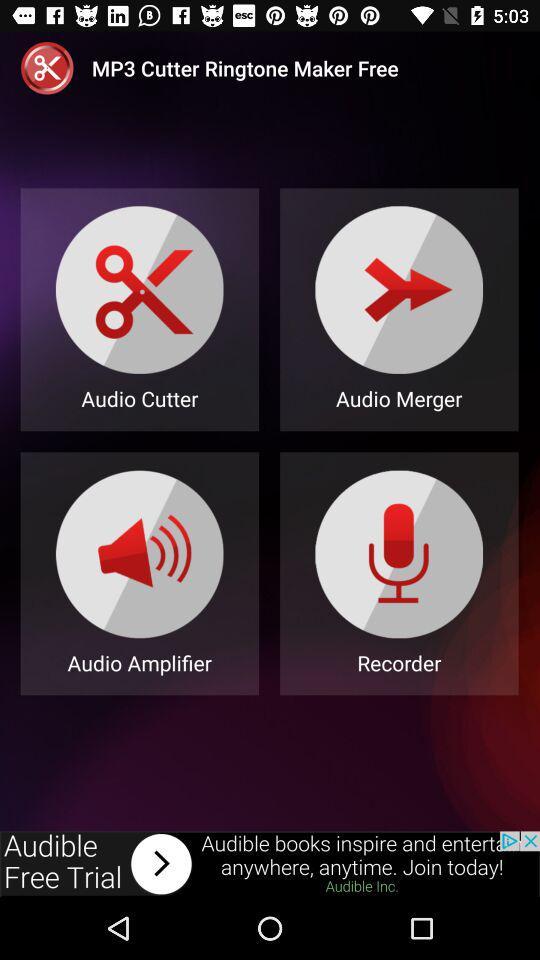 The image size is (540, 960). Describe the element at coordinates (270, 863) in the screenshot. I see `the advertisement` at that location.